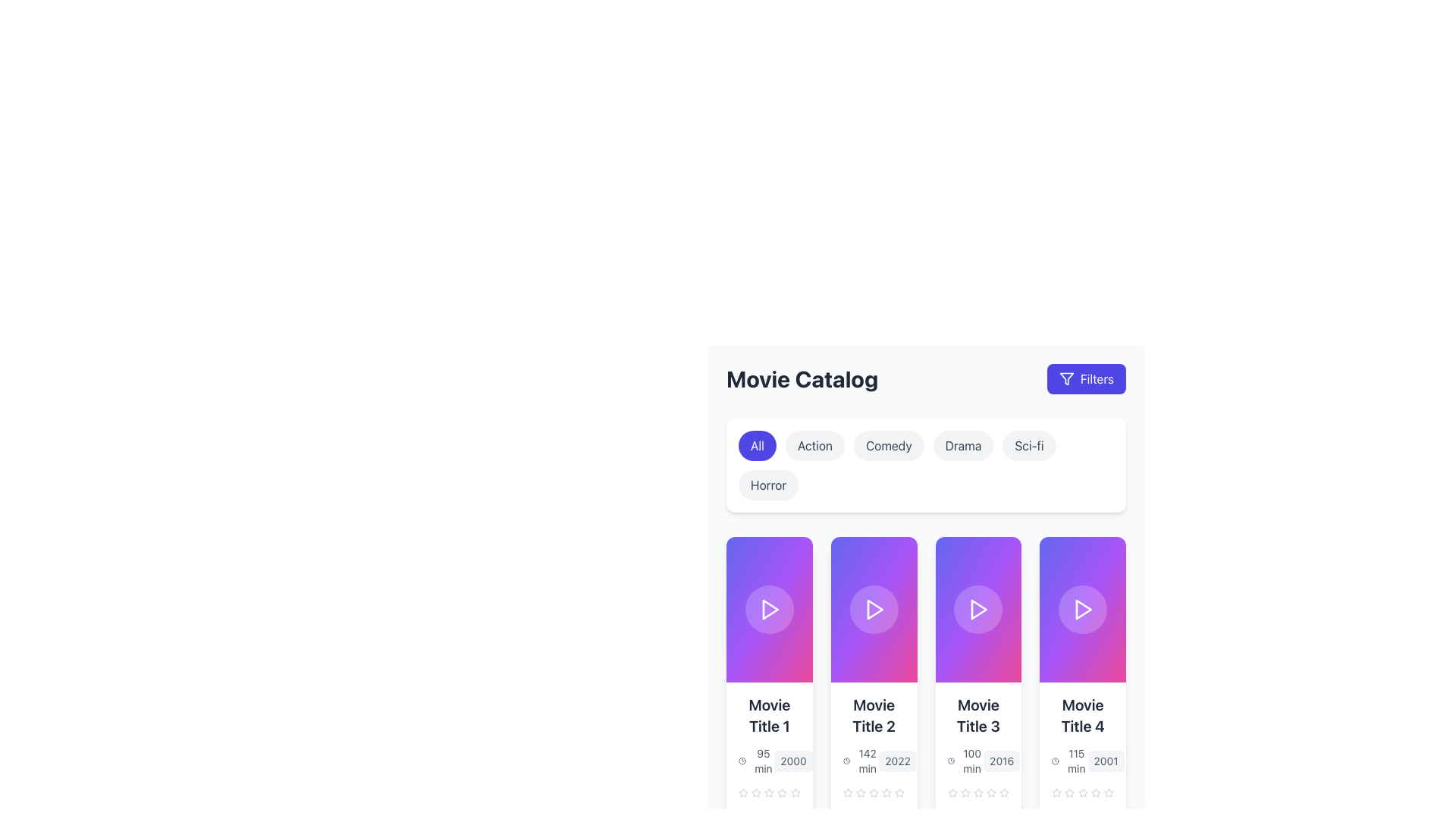 This screenshot has width=1456, height=819. I want to click on the icon representing the duration of 'Movie Title 4', which is located to the left of the duration text '115 min', so click(1055, 761).